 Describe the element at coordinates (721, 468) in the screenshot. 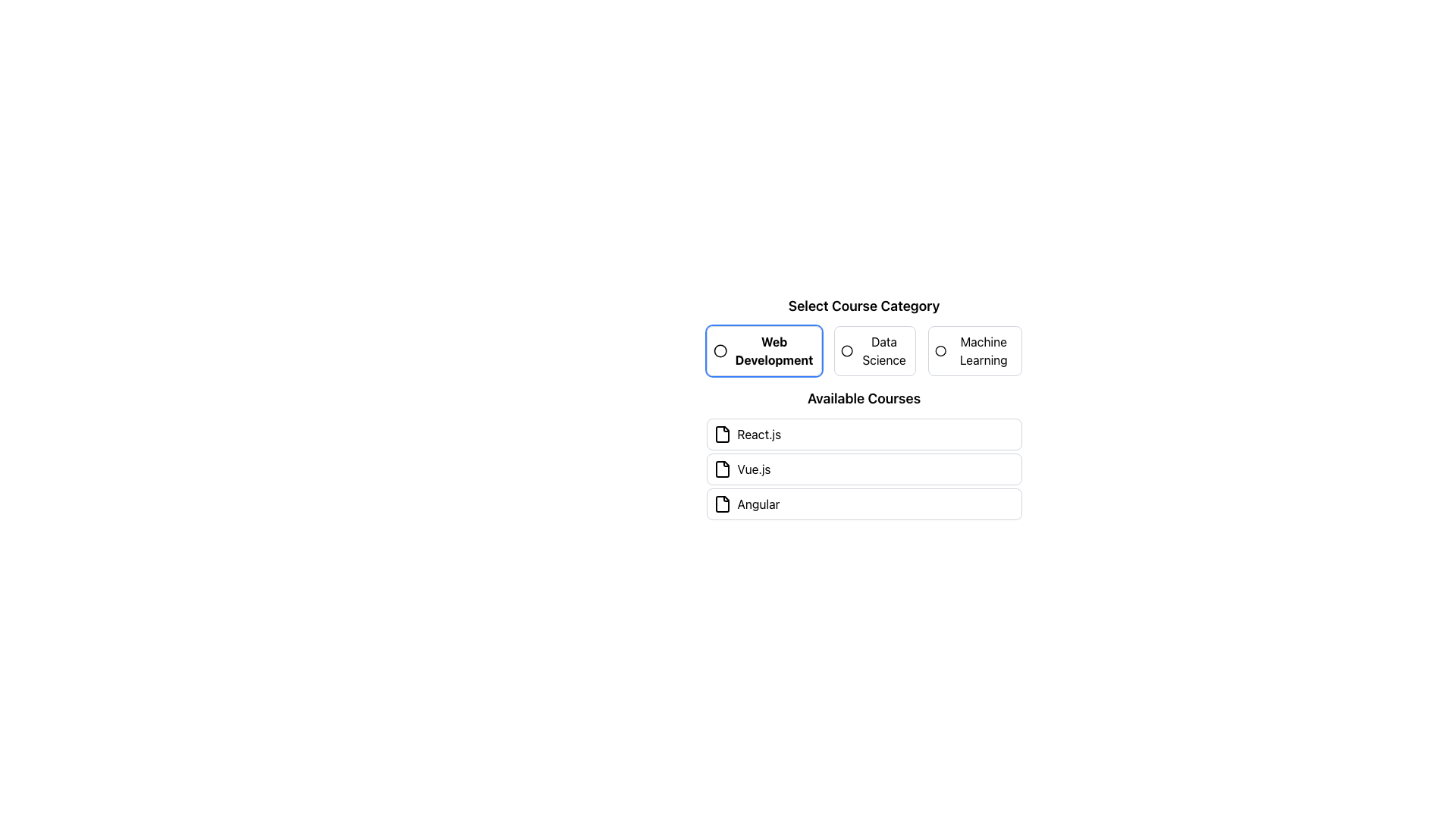

I see `the 'Vue.js' course icon located to the left of the 'Vue.js' text label by clicking on it` at that location.